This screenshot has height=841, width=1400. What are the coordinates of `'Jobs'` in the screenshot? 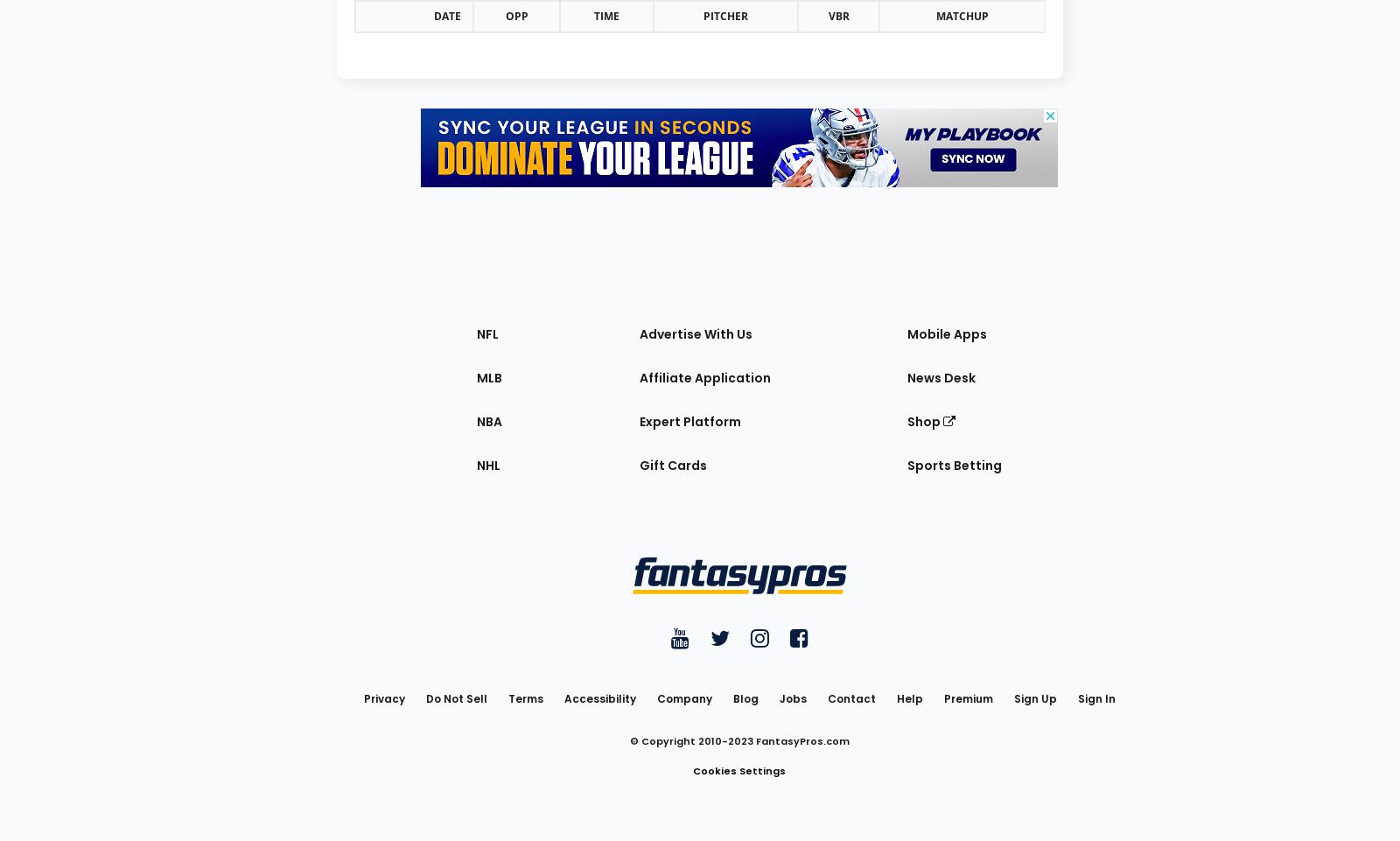 It's located at (778, 697).